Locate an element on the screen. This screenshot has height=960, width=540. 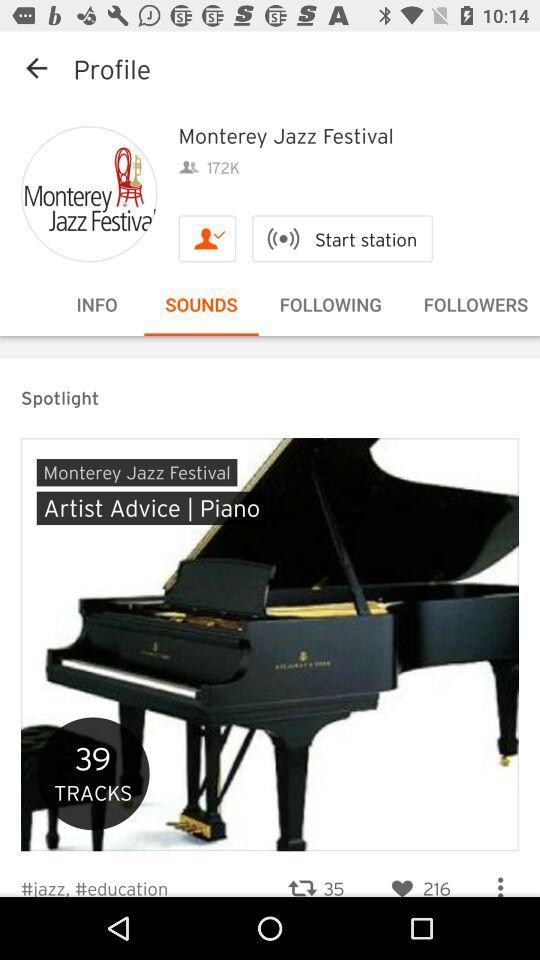
the number 35 along with the button at the bottom of the page is located at coordinates (315, 875).